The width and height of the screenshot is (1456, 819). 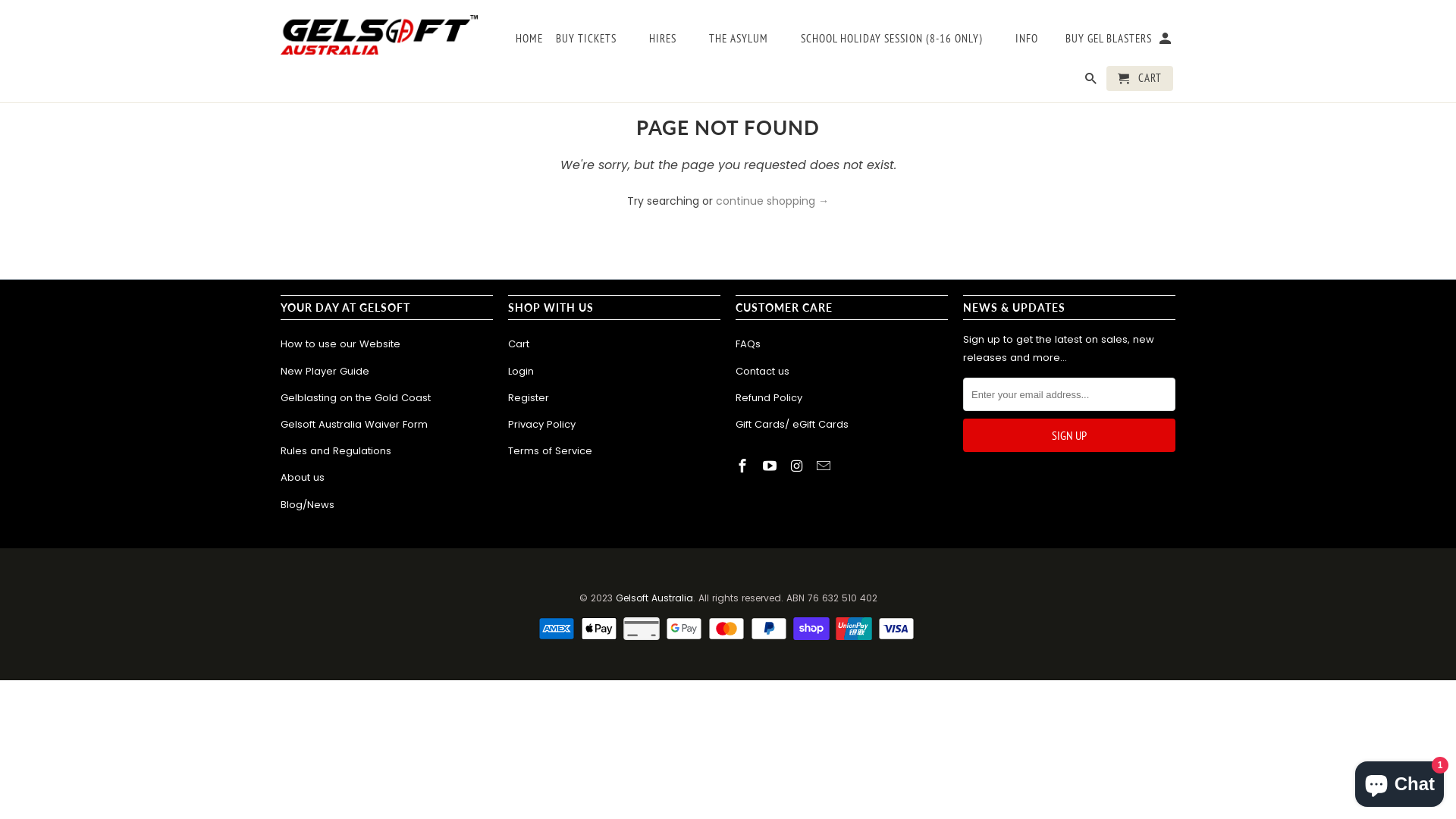 What do you see at coordinates (1159, 40) in the screenshot?
I see `'My Account '` at bounding box center [1159, 40].